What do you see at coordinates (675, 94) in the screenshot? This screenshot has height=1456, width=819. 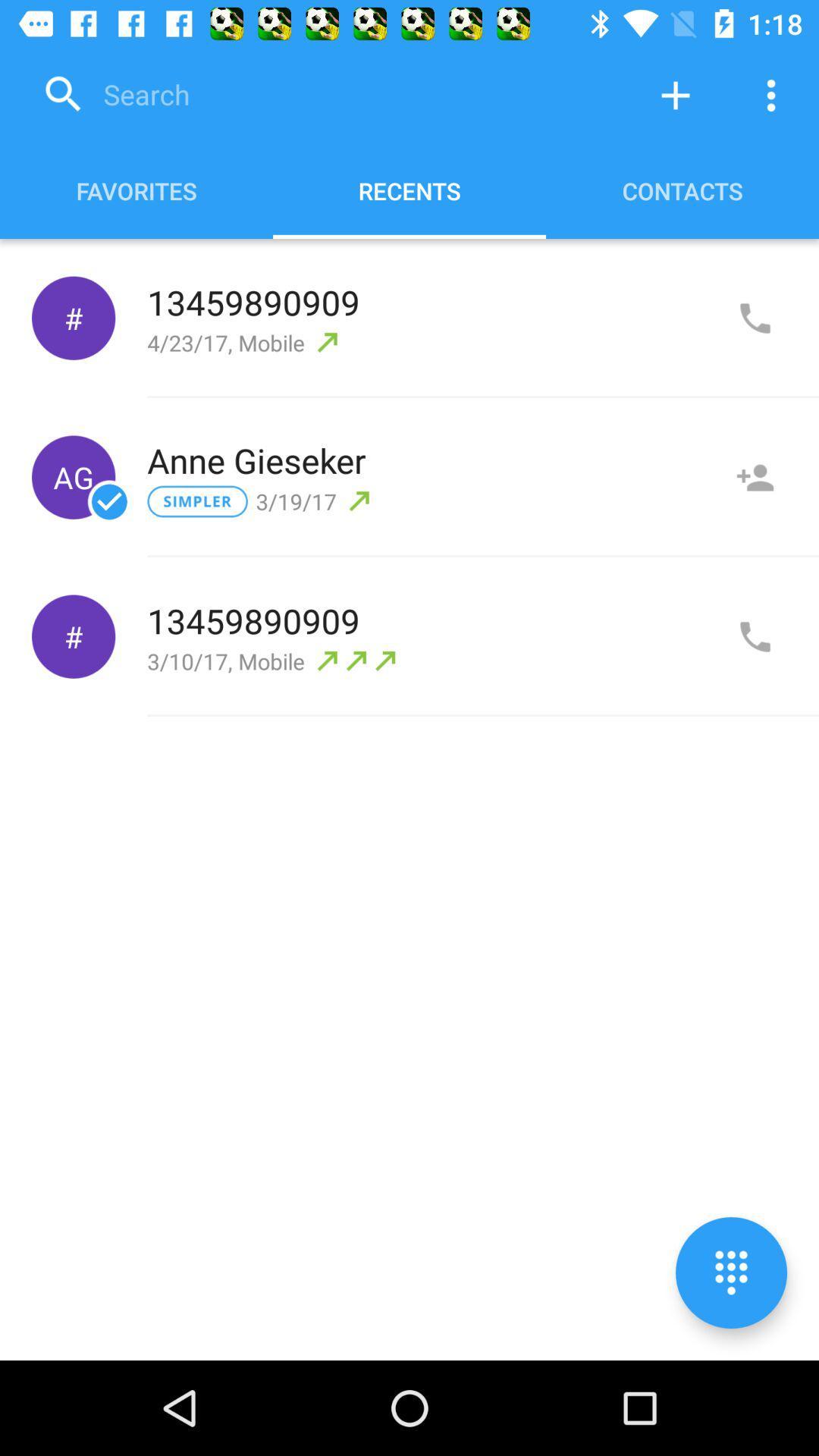 I see `new contact` at bounding box center [675, 94].